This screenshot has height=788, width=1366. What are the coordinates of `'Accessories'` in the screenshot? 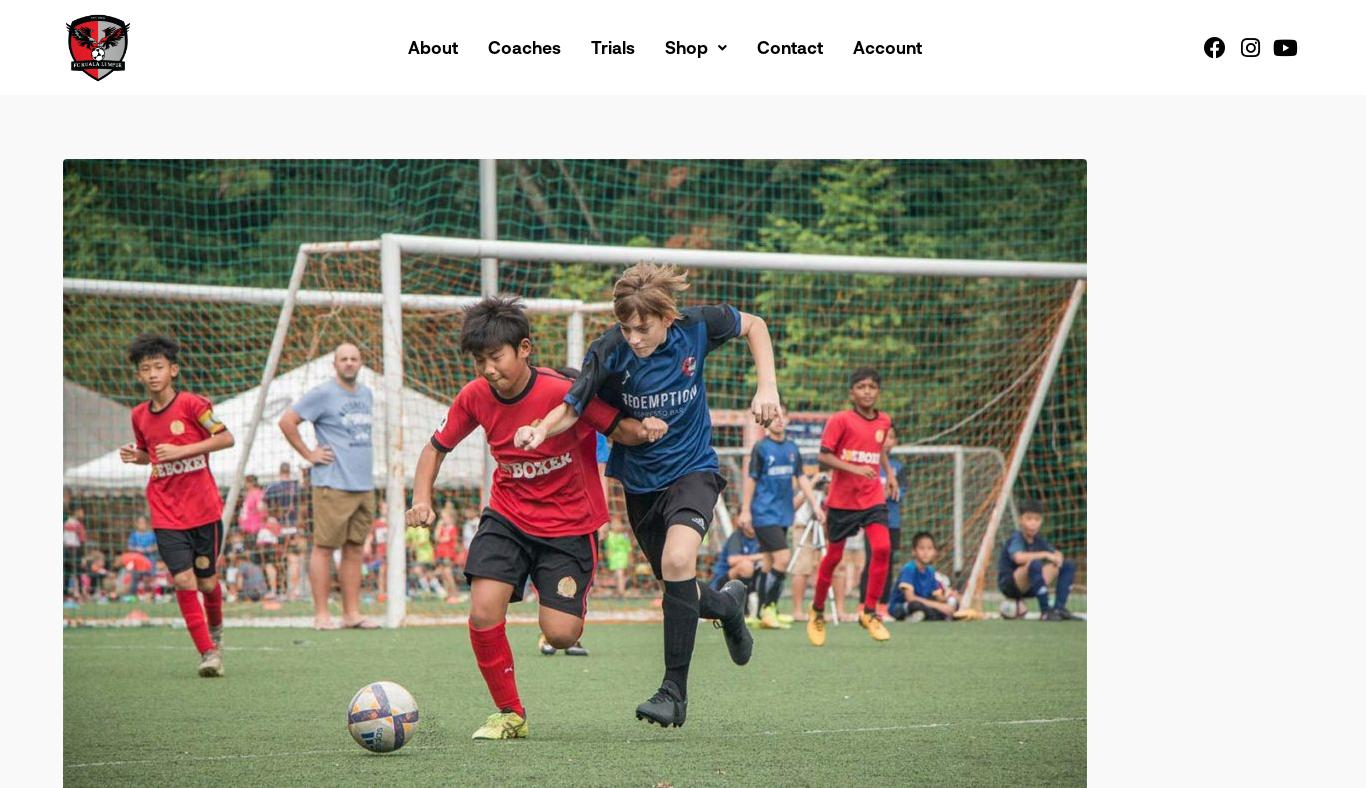 It's located at (735, 189).